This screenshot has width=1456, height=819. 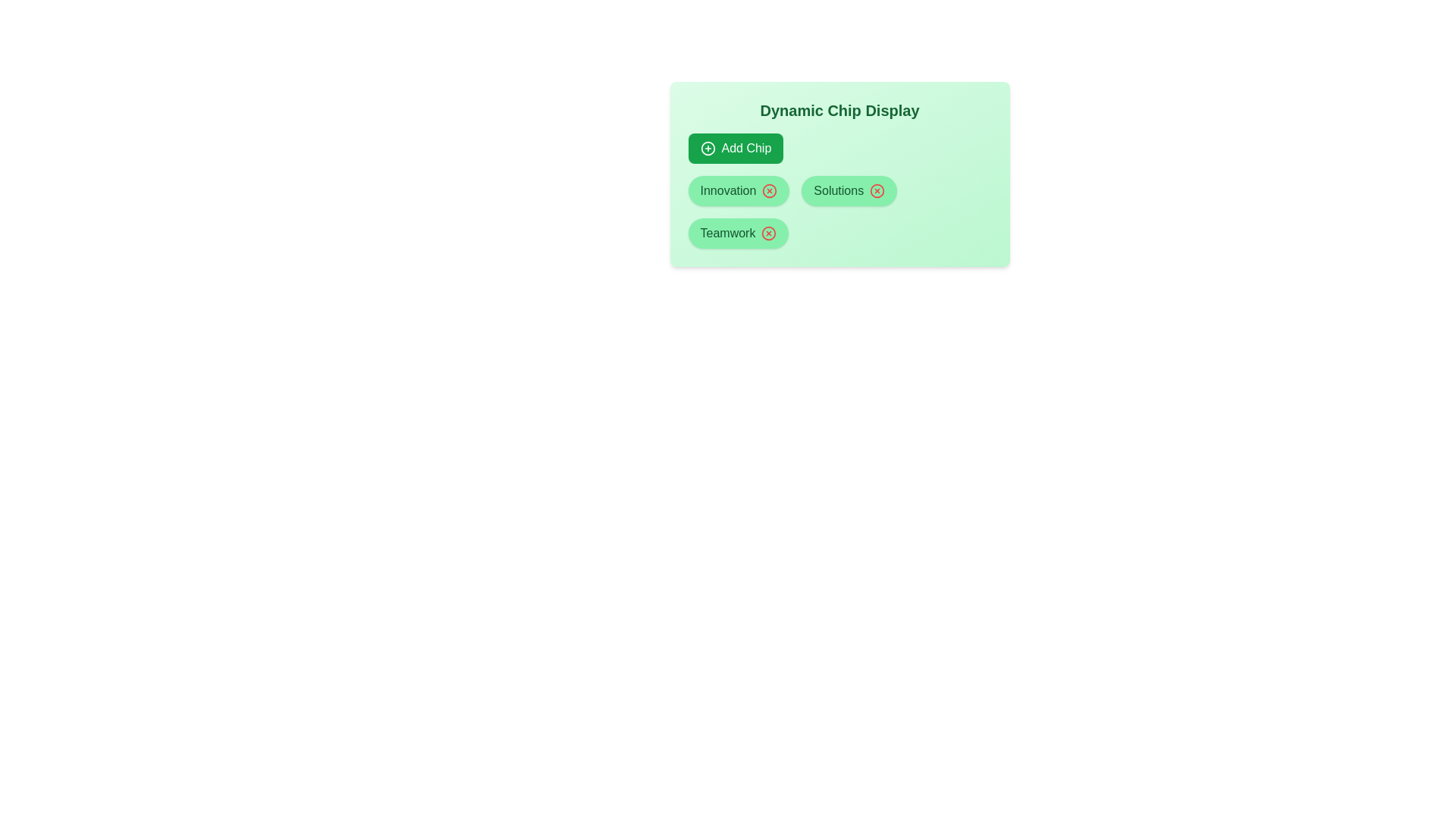 What do you see at coordinates (877, 190) in the screenshot?
I see `the cross icon of the chip labeled Solutions to remove it` at bounding box center [877, 190].